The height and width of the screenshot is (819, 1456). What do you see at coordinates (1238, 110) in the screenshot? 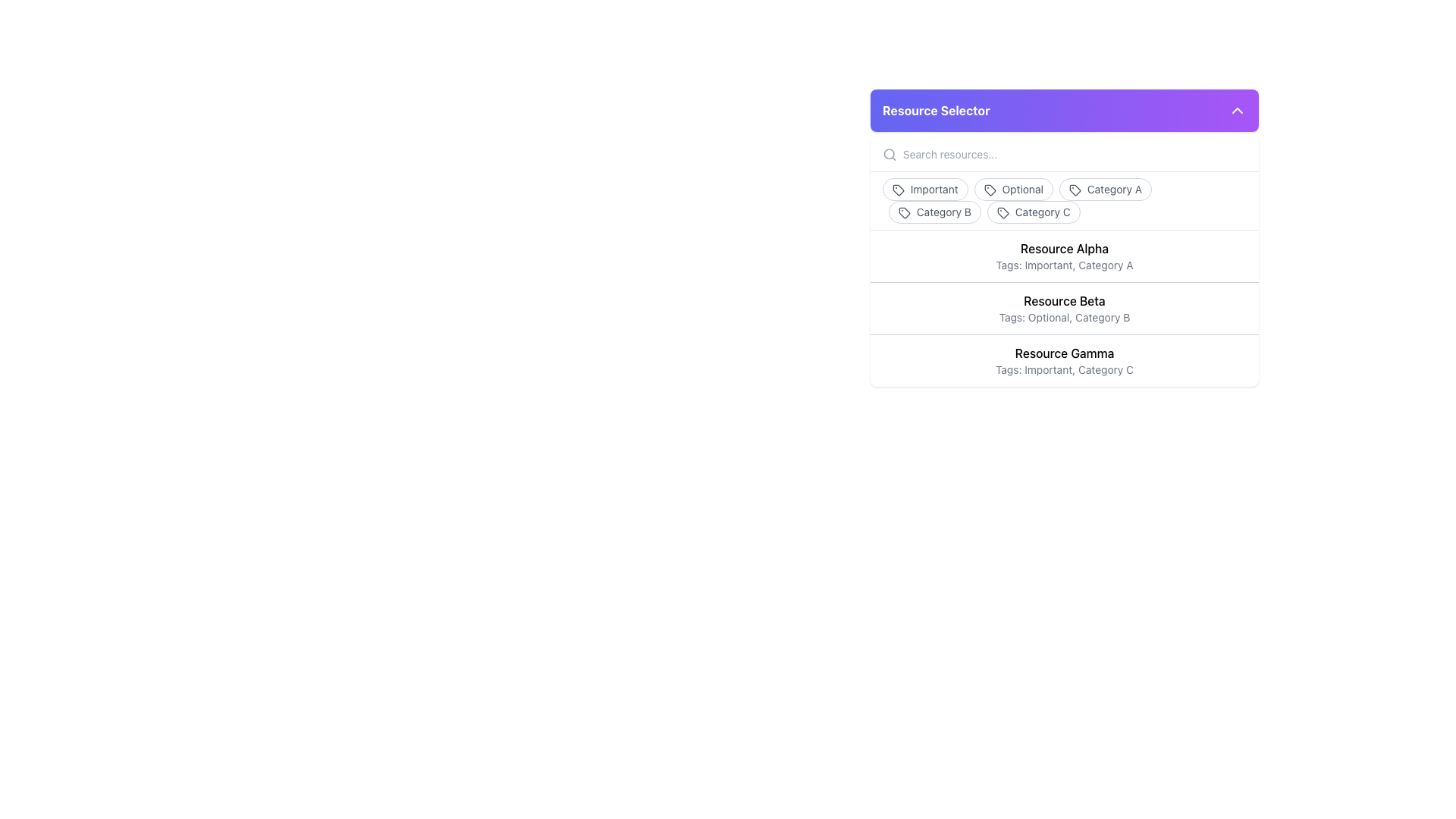
I see `the chevron icon button located at the far-right end of the purple 'Resource Selector' header` at bounding box center [1238, 110].